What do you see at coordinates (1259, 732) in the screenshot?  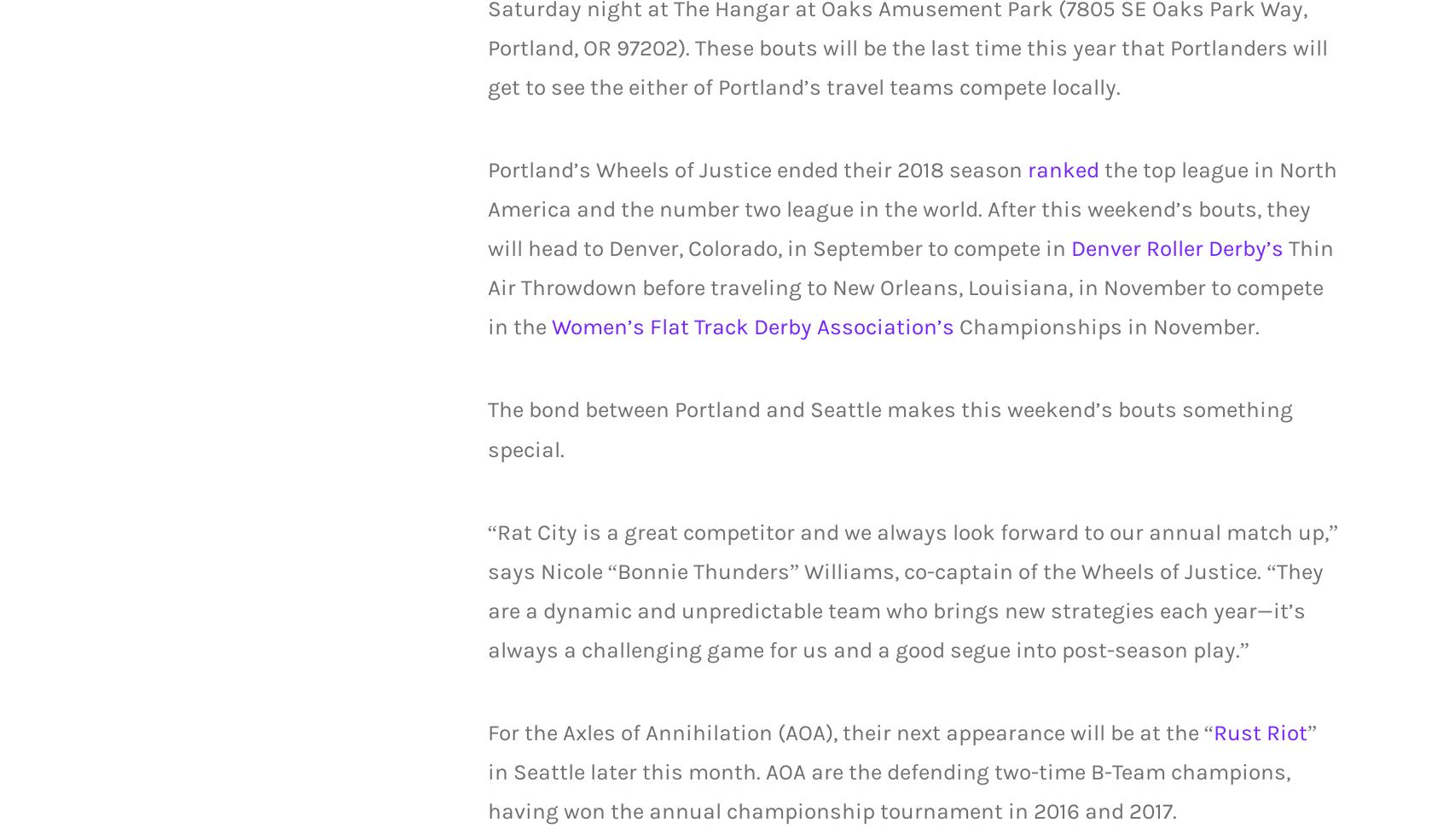 I see `'Rust Riot'` at bounding box center [1259, 732].